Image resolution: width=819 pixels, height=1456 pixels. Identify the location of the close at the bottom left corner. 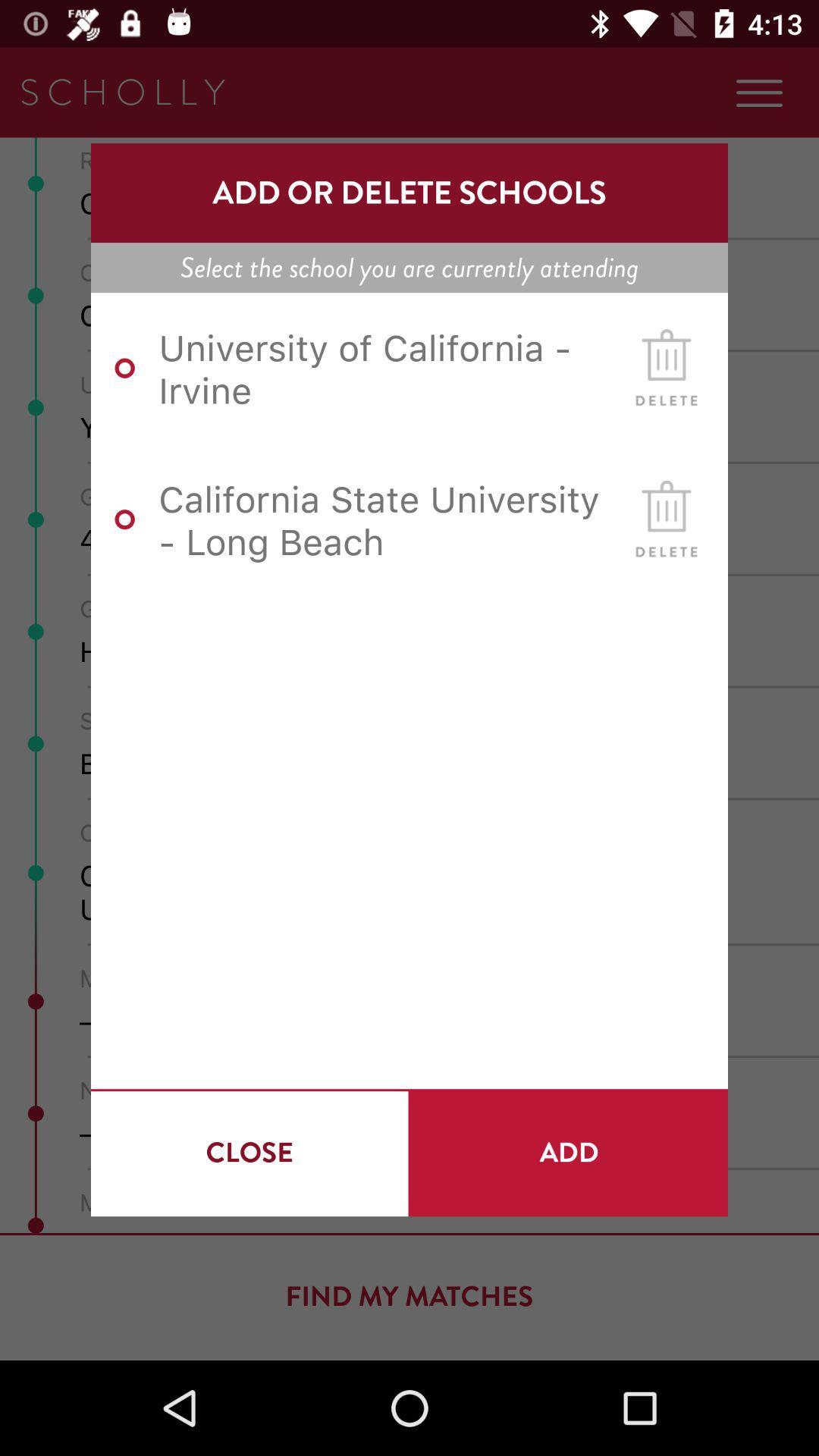
(249, 1153).